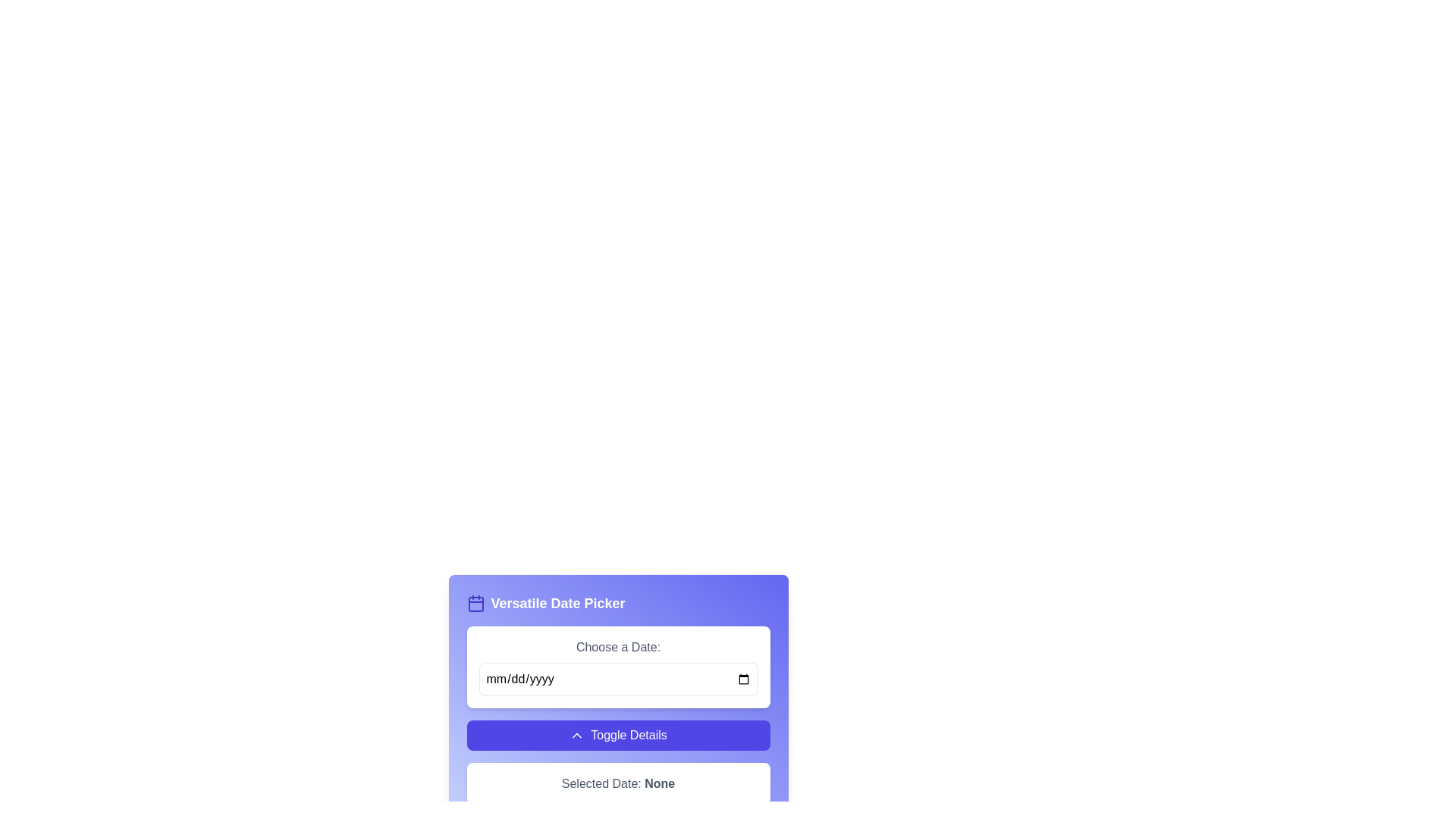  I want to click on the indigo-colored outline calendar icon with rounded edges and an etched grid-like feature located next to the text 'Versatile Date Picker' at the top of the card, so click(475, 602).